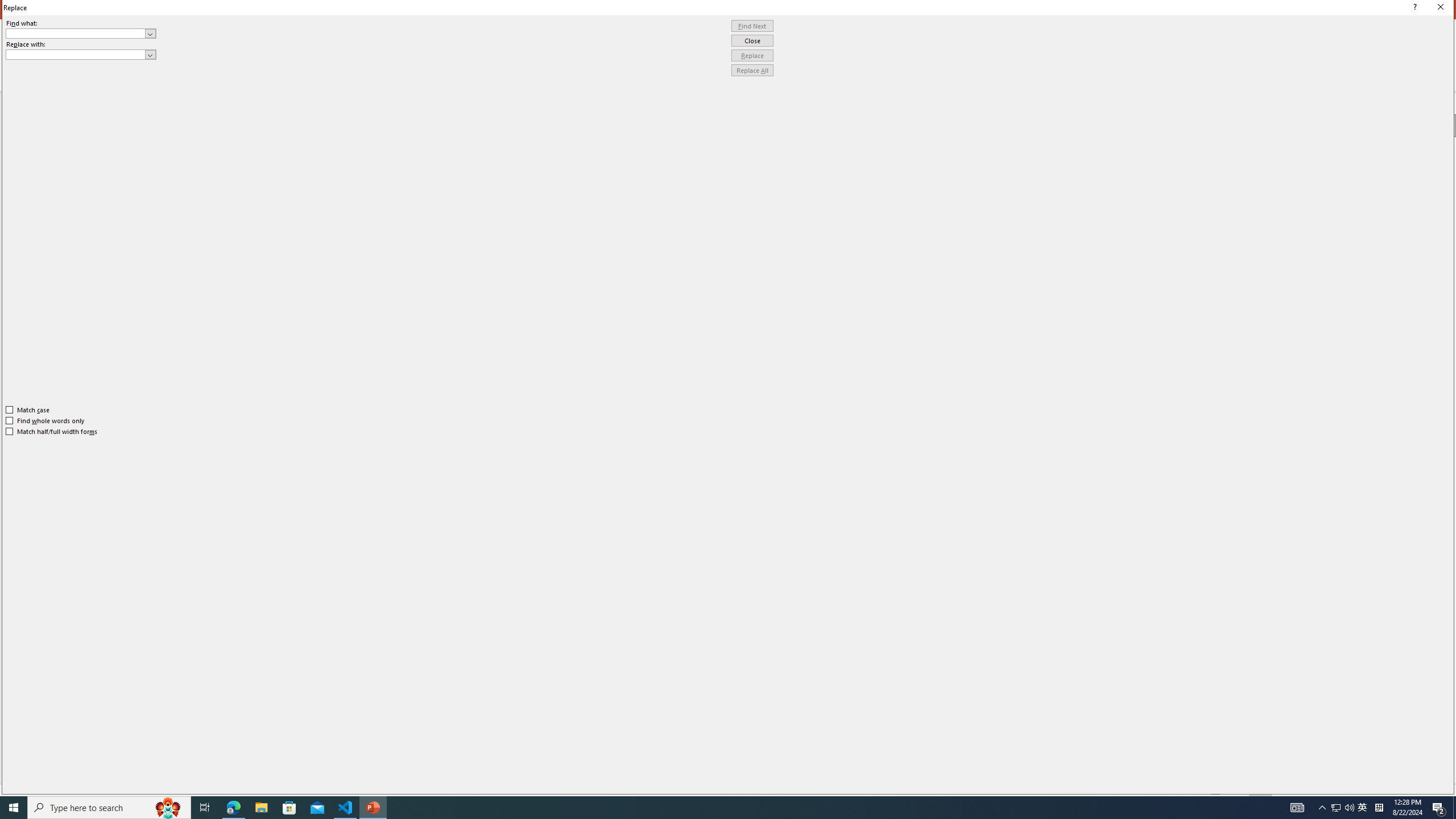 This screenshot has width=1456, height=819. Describe the element at coordinates (81, 33) in the screenshot. I see `'Find what'` at that location.